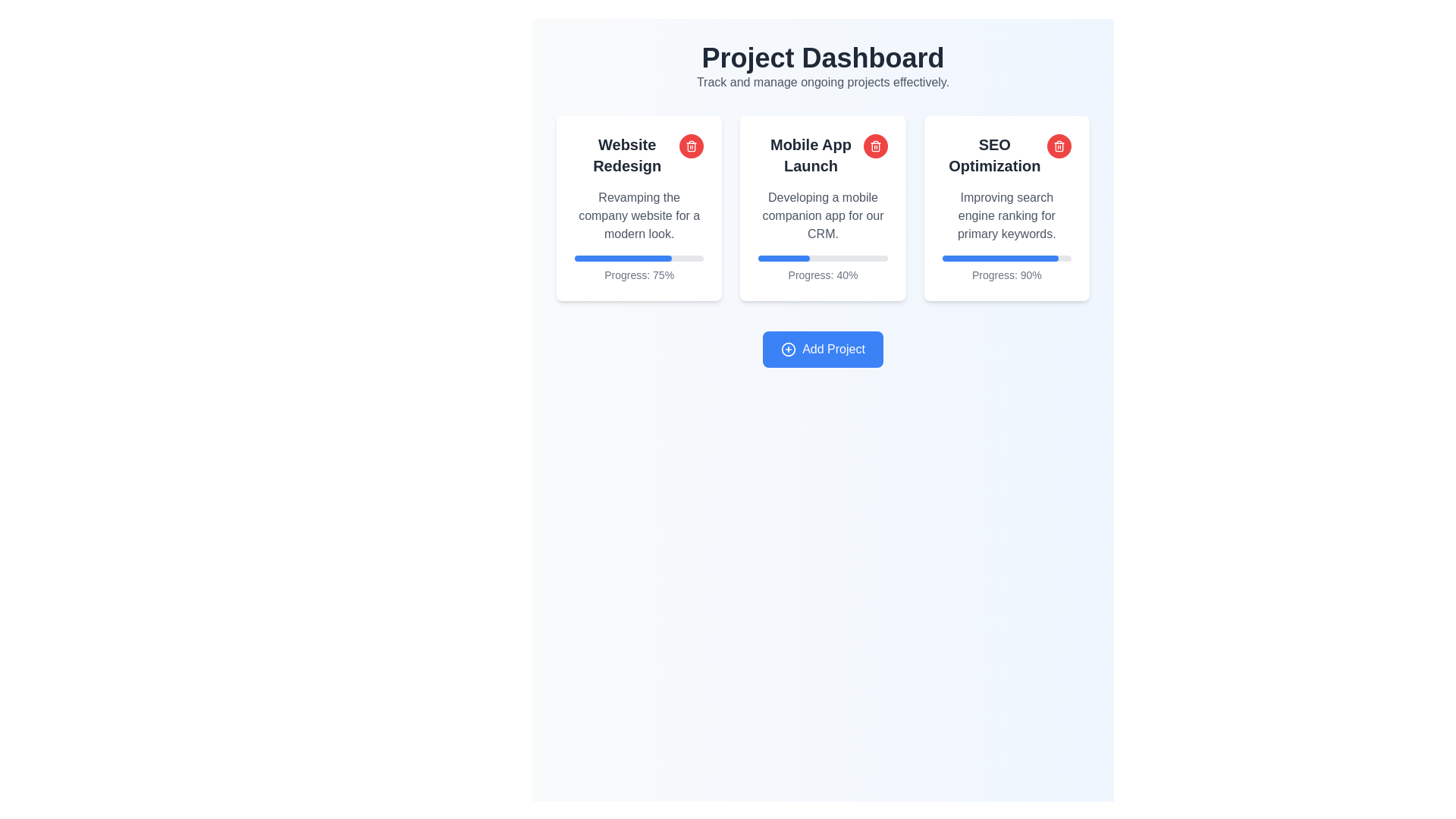 The image size is (1456, 819). Describe the element at coordinates (994, 155) in the screenshot. I see `the descriptive title text for the 'SEO Optimization' card located at the top of the third card in the Project Dashboard` at that location.